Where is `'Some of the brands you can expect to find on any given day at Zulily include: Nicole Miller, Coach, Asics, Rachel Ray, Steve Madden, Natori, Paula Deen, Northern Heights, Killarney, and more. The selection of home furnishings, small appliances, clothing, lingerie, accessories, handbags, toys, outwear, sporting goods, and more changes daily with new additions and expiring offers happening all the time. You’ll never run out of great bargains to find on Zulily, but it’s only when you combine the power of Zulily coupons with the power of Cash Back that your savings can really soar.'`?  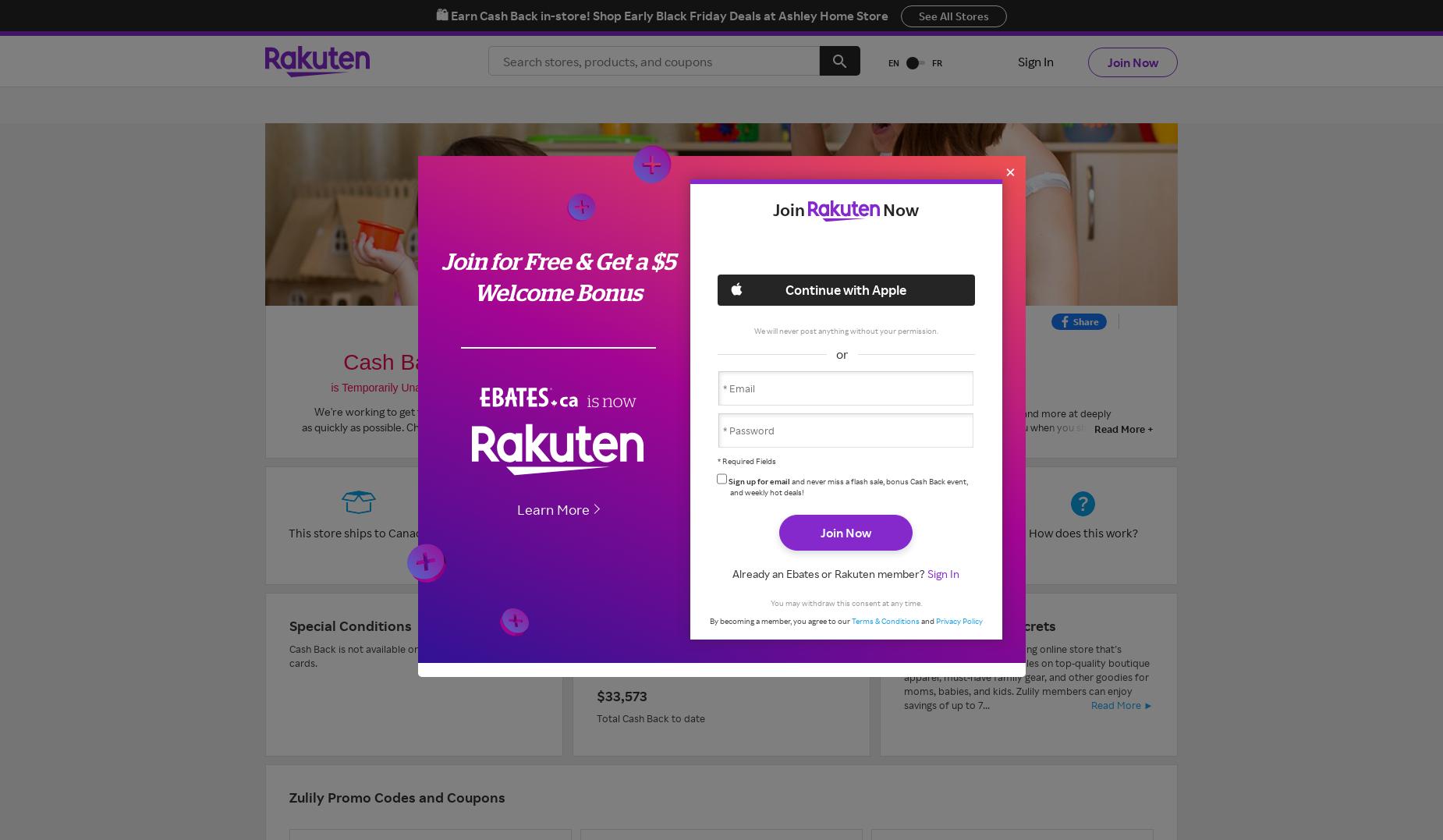
'Some of the brands you can expect to find on any given day at Zulily include: Nicole Miller, Coach, Asics, Rachel Ray, Steve Madden, Natori, Paula Deen, Northern Heights, Killarney, and more. The selection of home furnishings, small appliances, clothing, lingerie, accessories, handbags, toys, outwear, sporting goods, and more changes daily with new additions and expiring offers happening all the time. You’ll never run out of great bargains to find on Zulily, but it’s only when you combine the power of Zulily coupons with the power of Cash Back that your savings can really soar.' is located at coordinates (838, 568).